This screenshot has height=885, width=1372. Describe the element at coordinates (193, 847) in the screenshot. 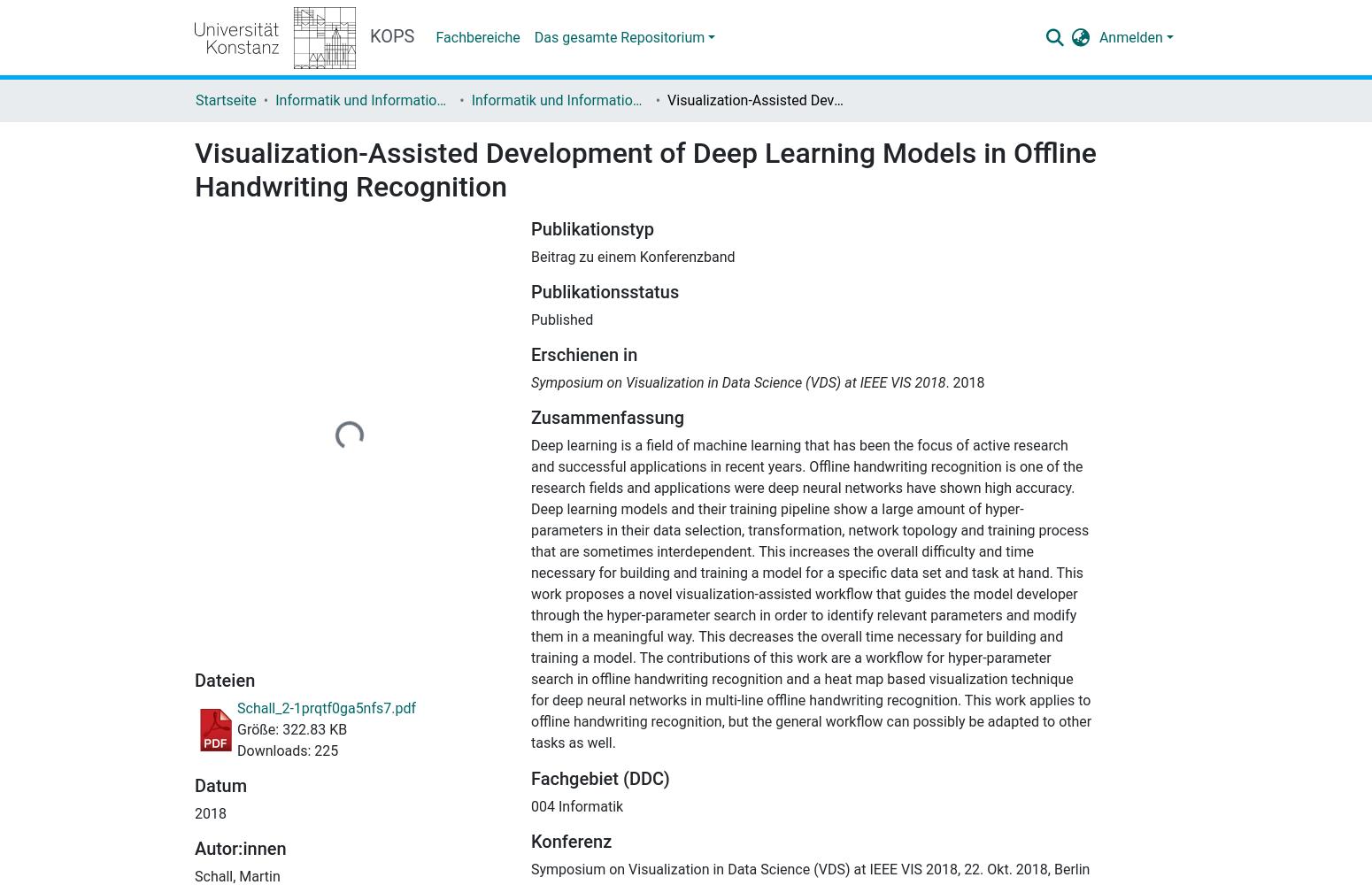

I see `'Autor:innen'` at that location.